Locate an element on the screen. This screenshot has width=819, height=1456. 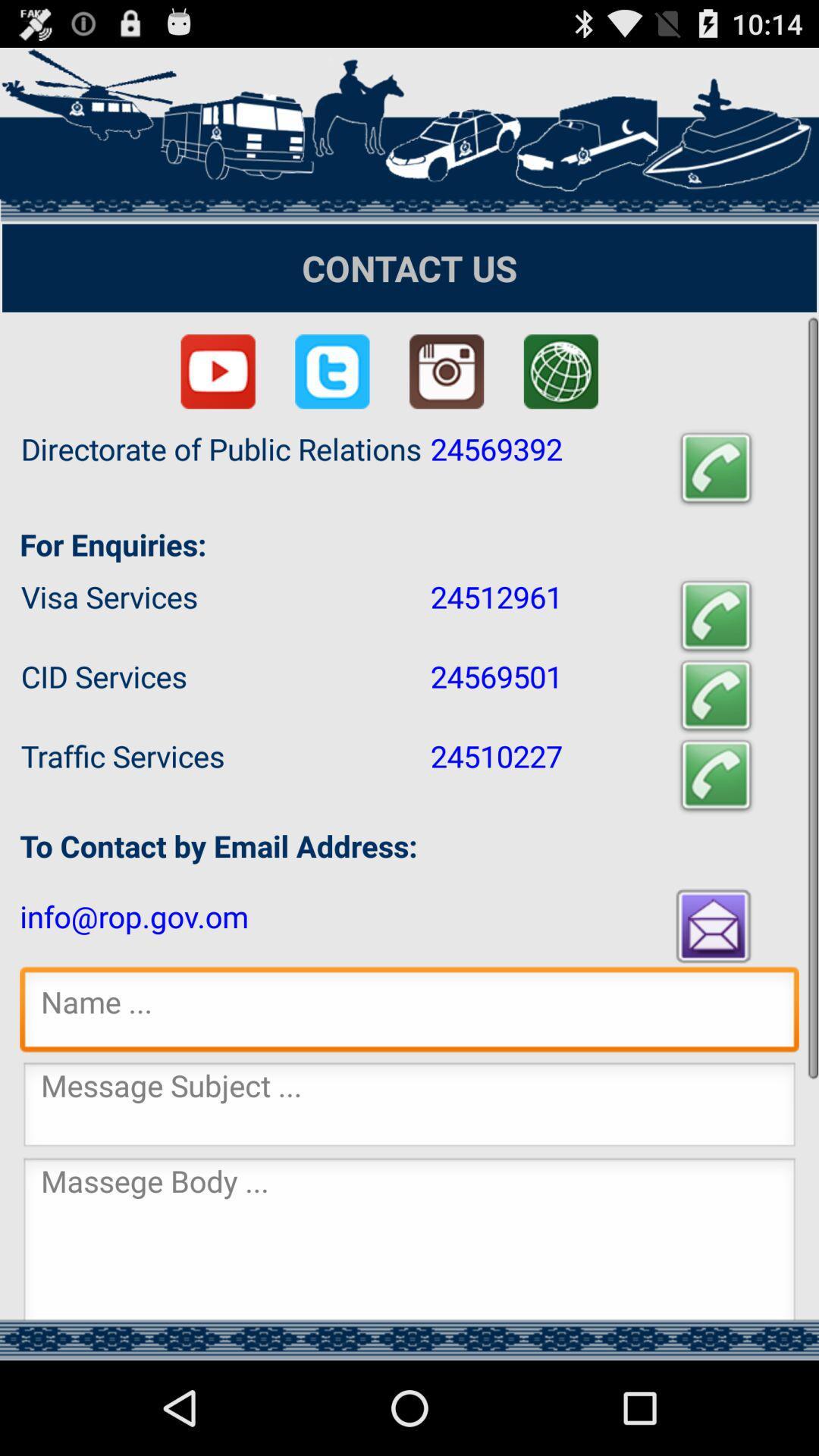
the photo icon is located at coordinates (446, 397).